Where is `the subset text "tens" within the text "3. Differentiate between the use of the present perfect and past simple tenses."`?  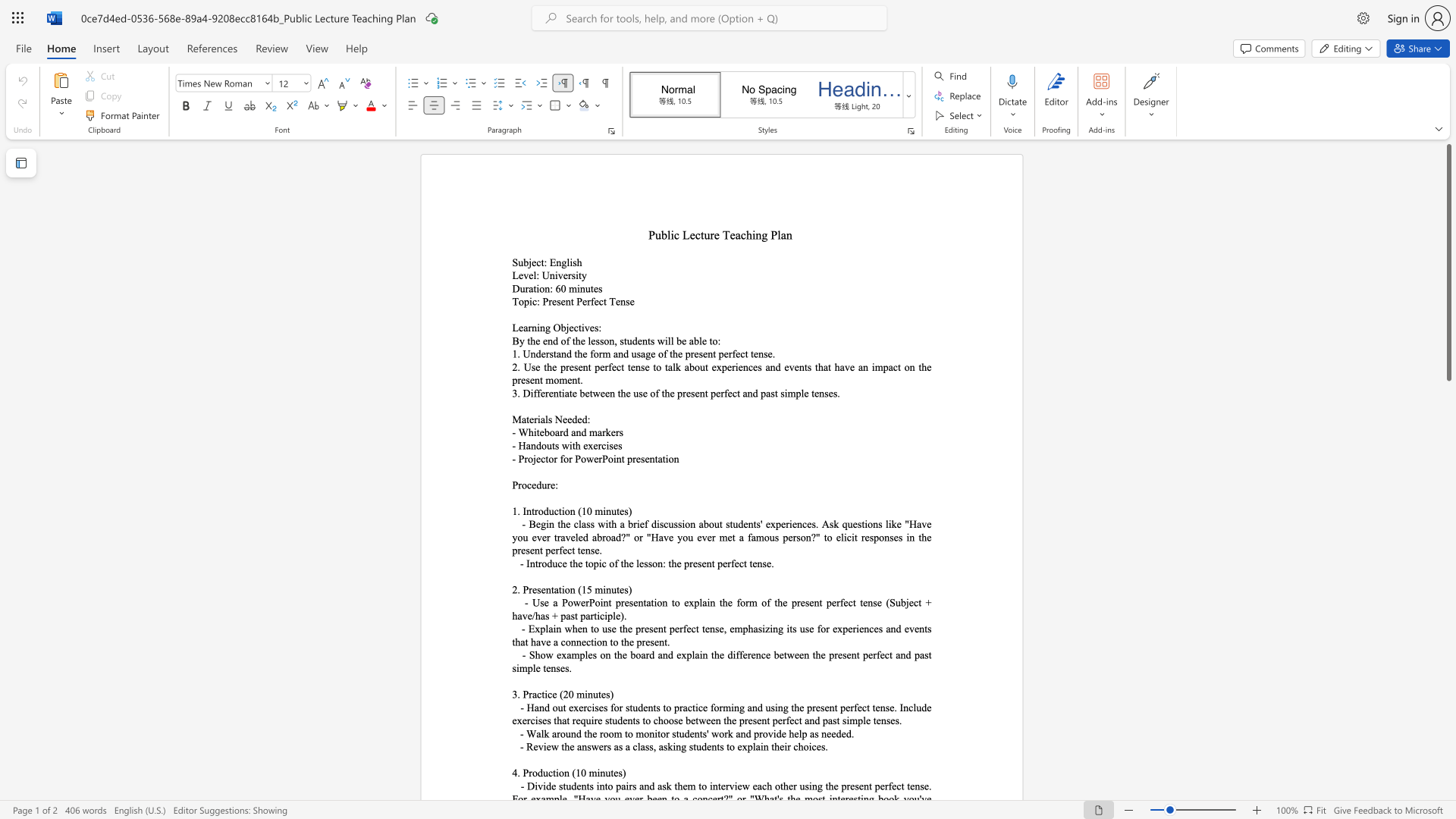 the subset text "tens" within the text "3. Differentiate between the use of the present perfect and past simple tenses." is located at coordinates (811, 392).